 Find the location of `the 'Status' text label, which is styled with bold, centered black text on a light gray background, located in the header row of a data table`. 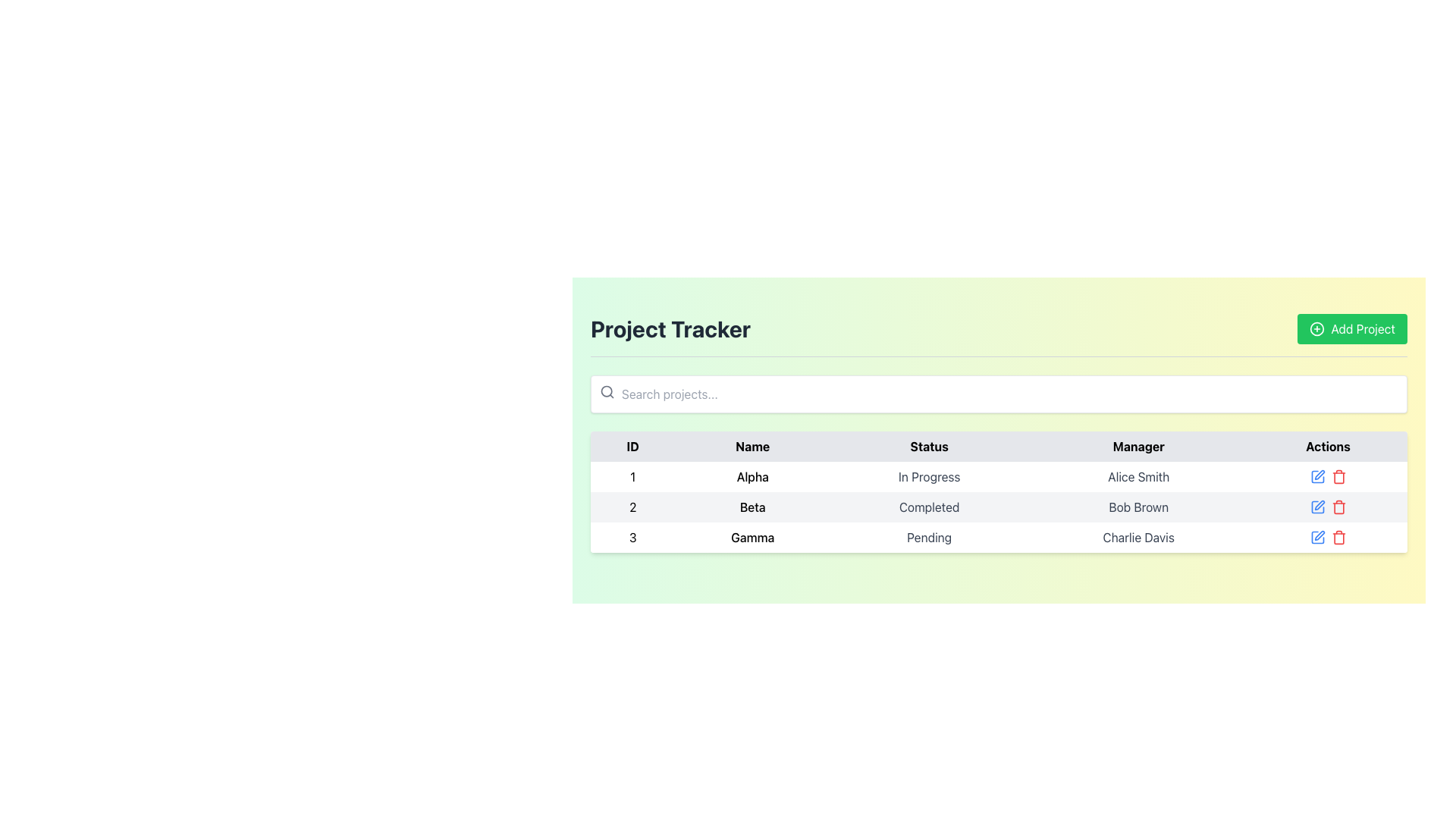

the 'Status' text label, which is styled with bold, centered black text on a light gray background, located in the header row of a data table is located at coordinates (928, 446).